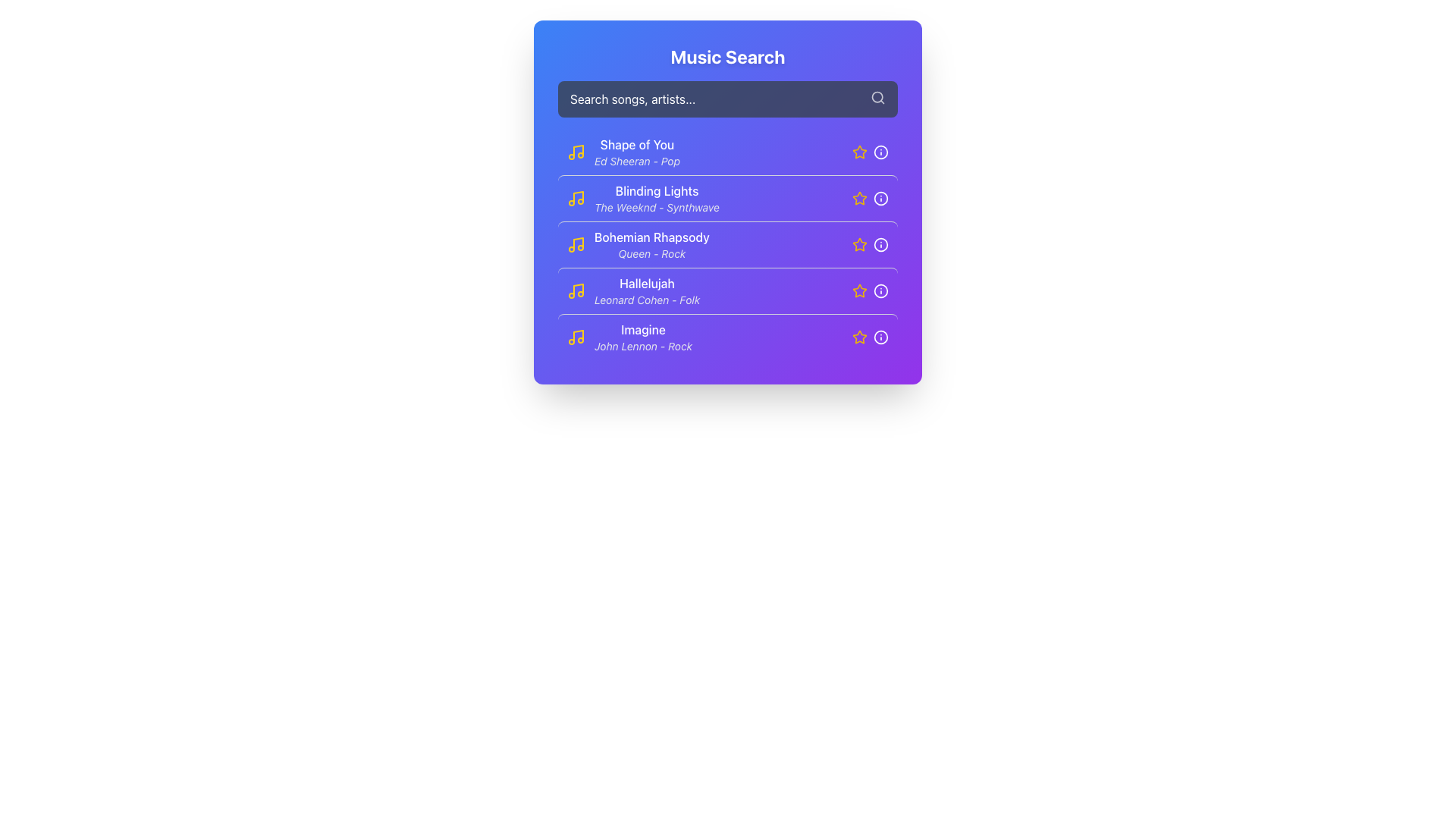 This screenshot has height=819, width=1456. What do you see at coordinates (575, 152) in the screenshot?
I see `the yellow musical note icon that symbolizes the song, located to the left of the text 'Shape of You Ed Sheeran - Pop' in the first entry of the music search results` at bounding box center [575, 152].